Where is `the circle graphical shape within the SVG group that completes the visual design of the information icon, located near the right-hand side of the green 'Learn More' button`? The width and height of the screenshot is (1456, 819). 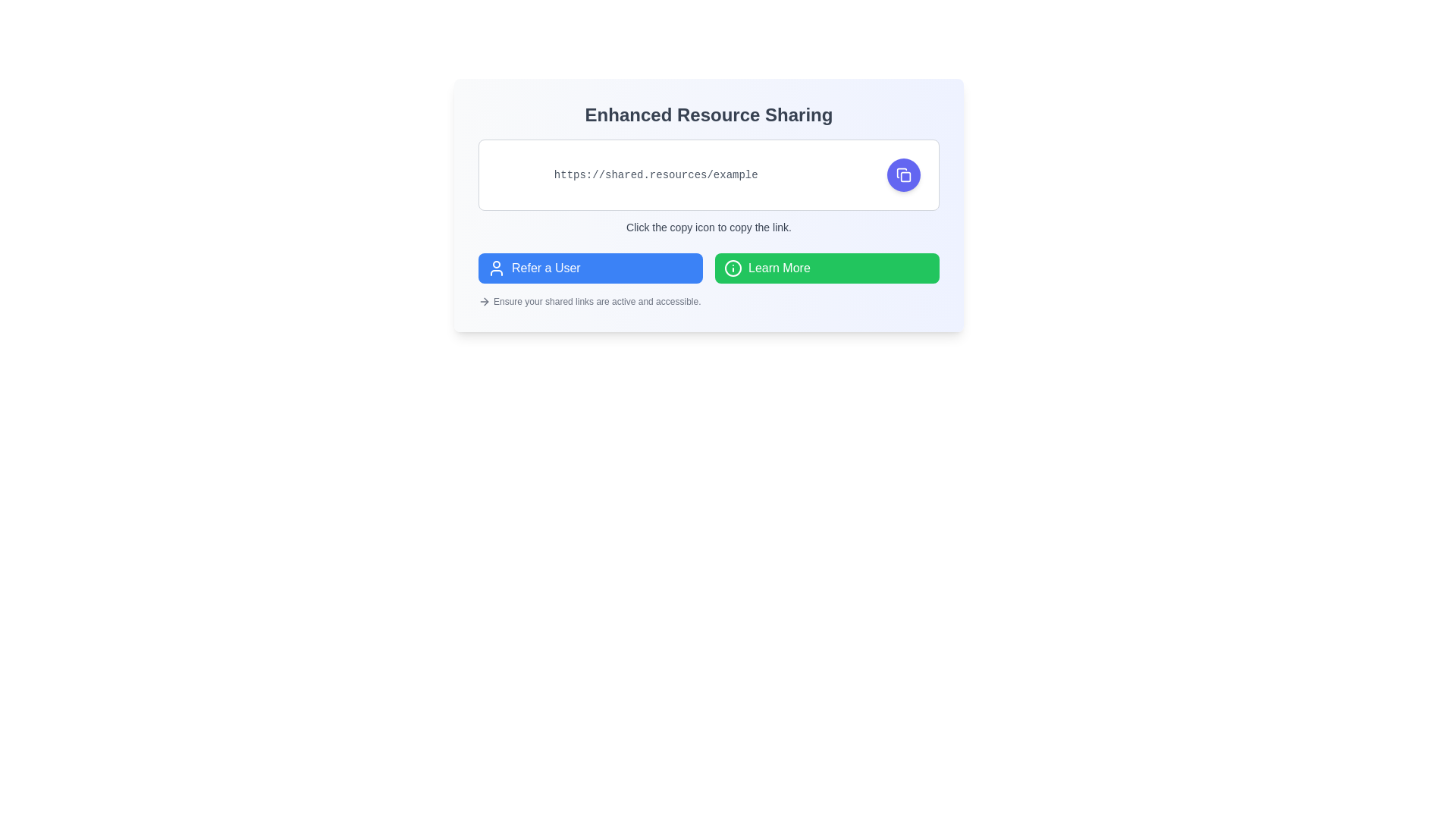 the circle graphical shape within the SVG group that completes the visual design of the information icon, located near the right-hand side of the green 'Learn More' button is located at coordinates (733, 268).